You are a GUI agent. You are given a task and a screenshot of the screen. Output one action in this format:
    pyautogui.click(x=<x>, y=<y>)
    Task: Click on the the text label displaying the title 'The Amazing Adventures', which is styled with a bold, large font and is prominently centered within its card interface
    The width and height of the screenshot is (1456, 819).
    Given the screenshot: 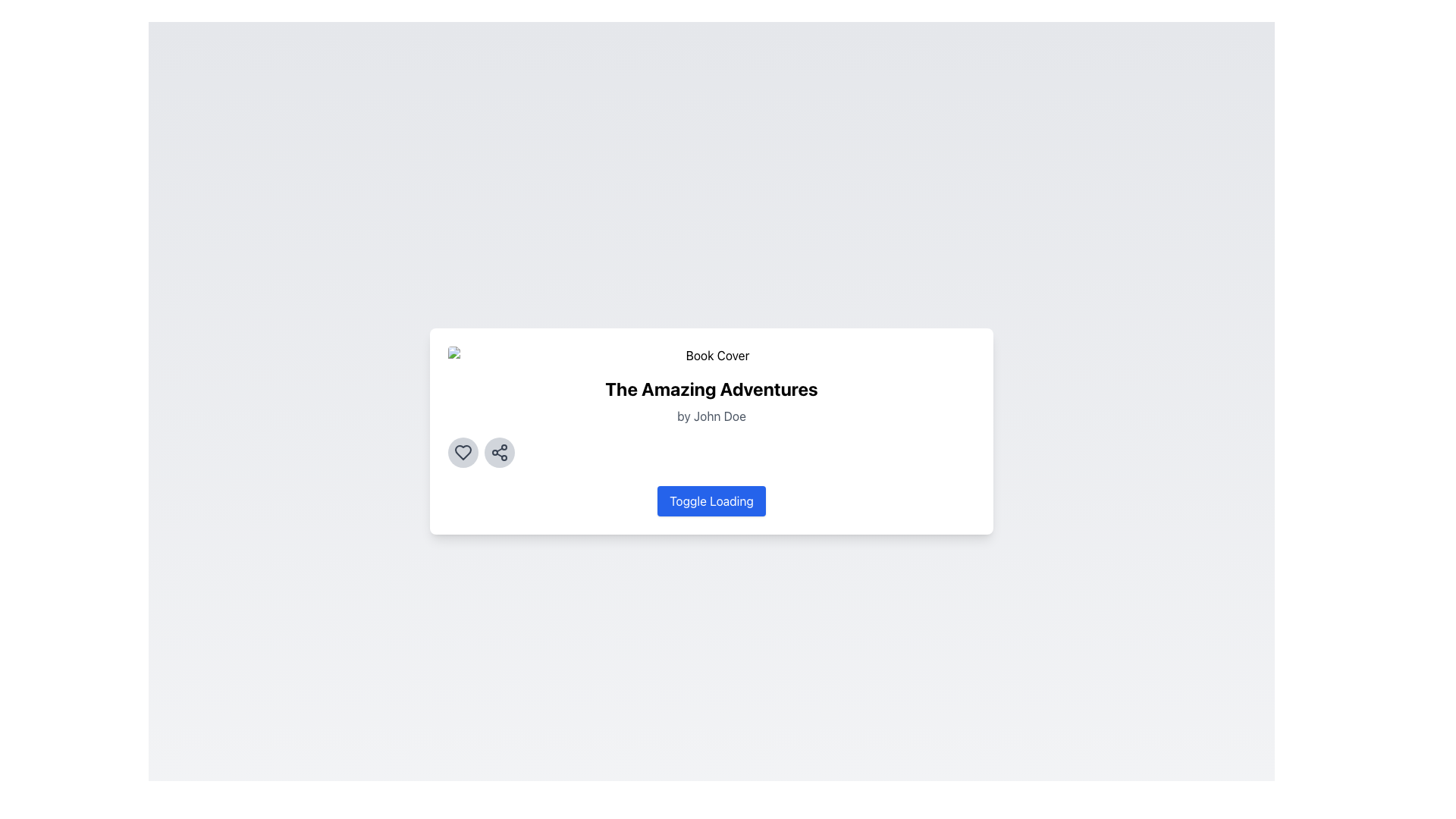 What is the action you would take?
    pyautogui.click(x=711, y=388)
    